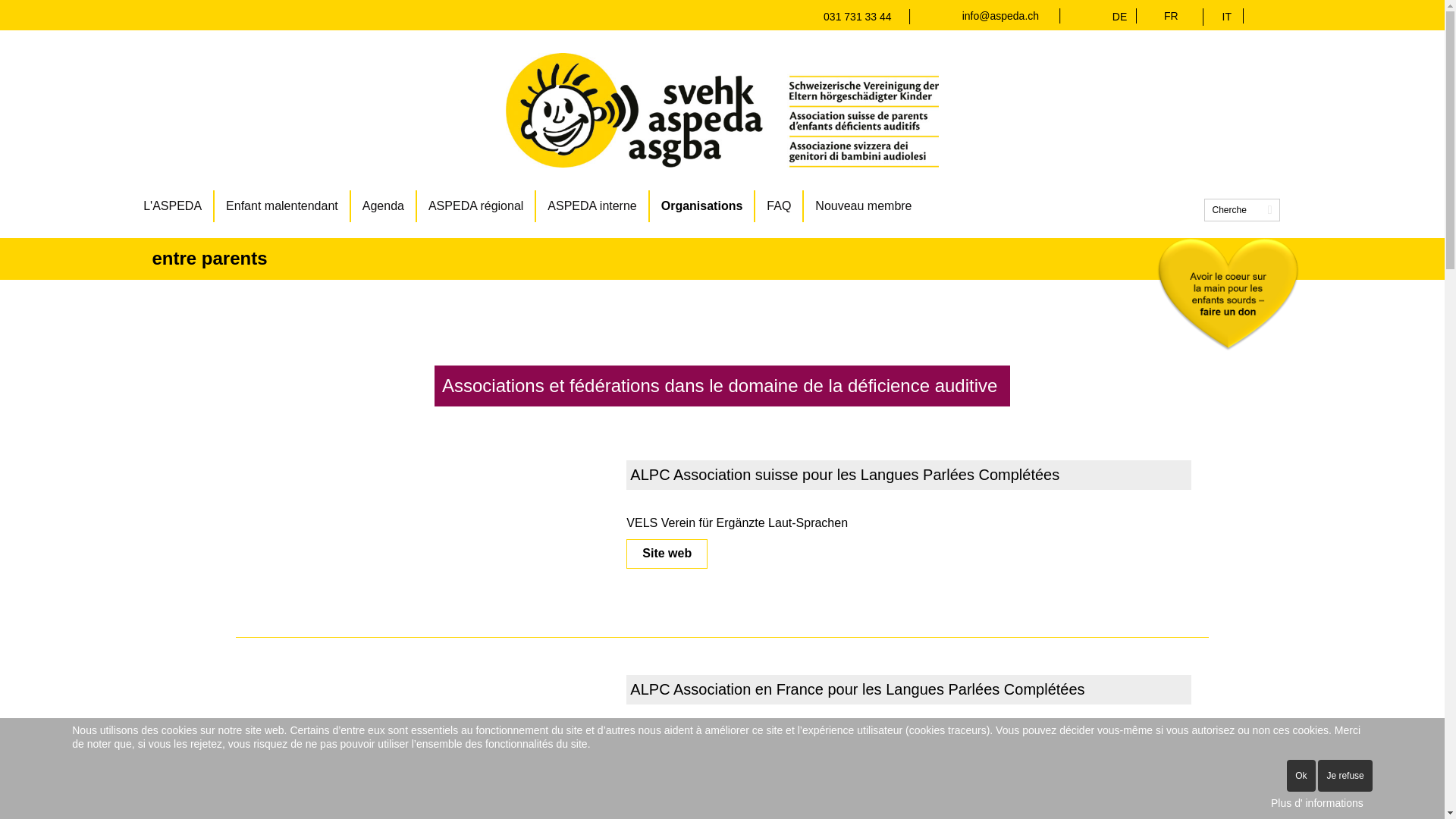  Describe the element at coordinates (173, 206) in the screenshot. I see `'L'ASPEDA'` at that location.